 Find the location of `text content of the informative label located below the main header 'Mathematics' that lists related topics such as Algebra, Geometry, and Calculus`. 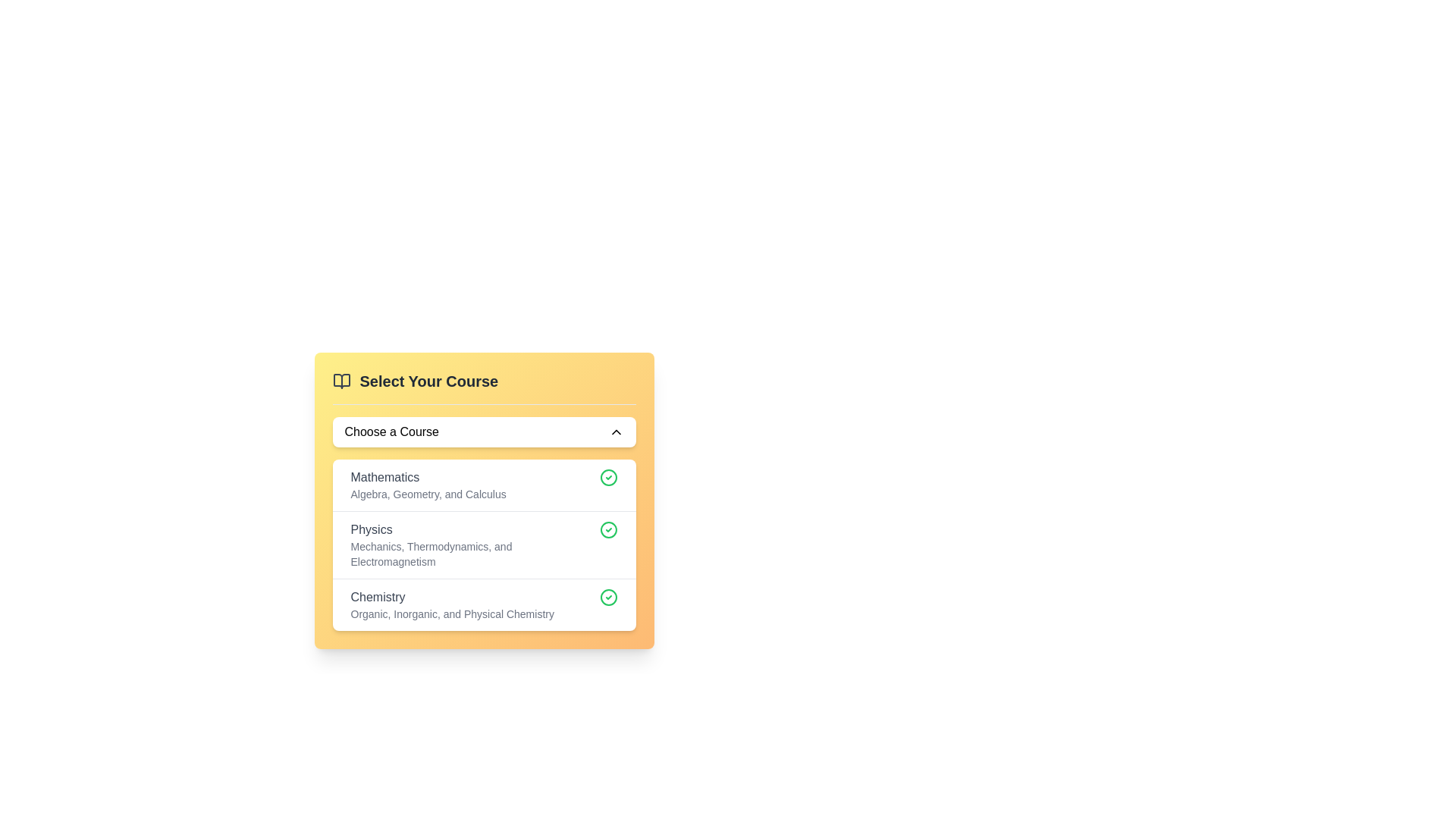

text content of the informative label located below the main header 'Mathematics' that lists related topics such as Algebra, Geometry, and Calculus is located at coordinates (428, 494).